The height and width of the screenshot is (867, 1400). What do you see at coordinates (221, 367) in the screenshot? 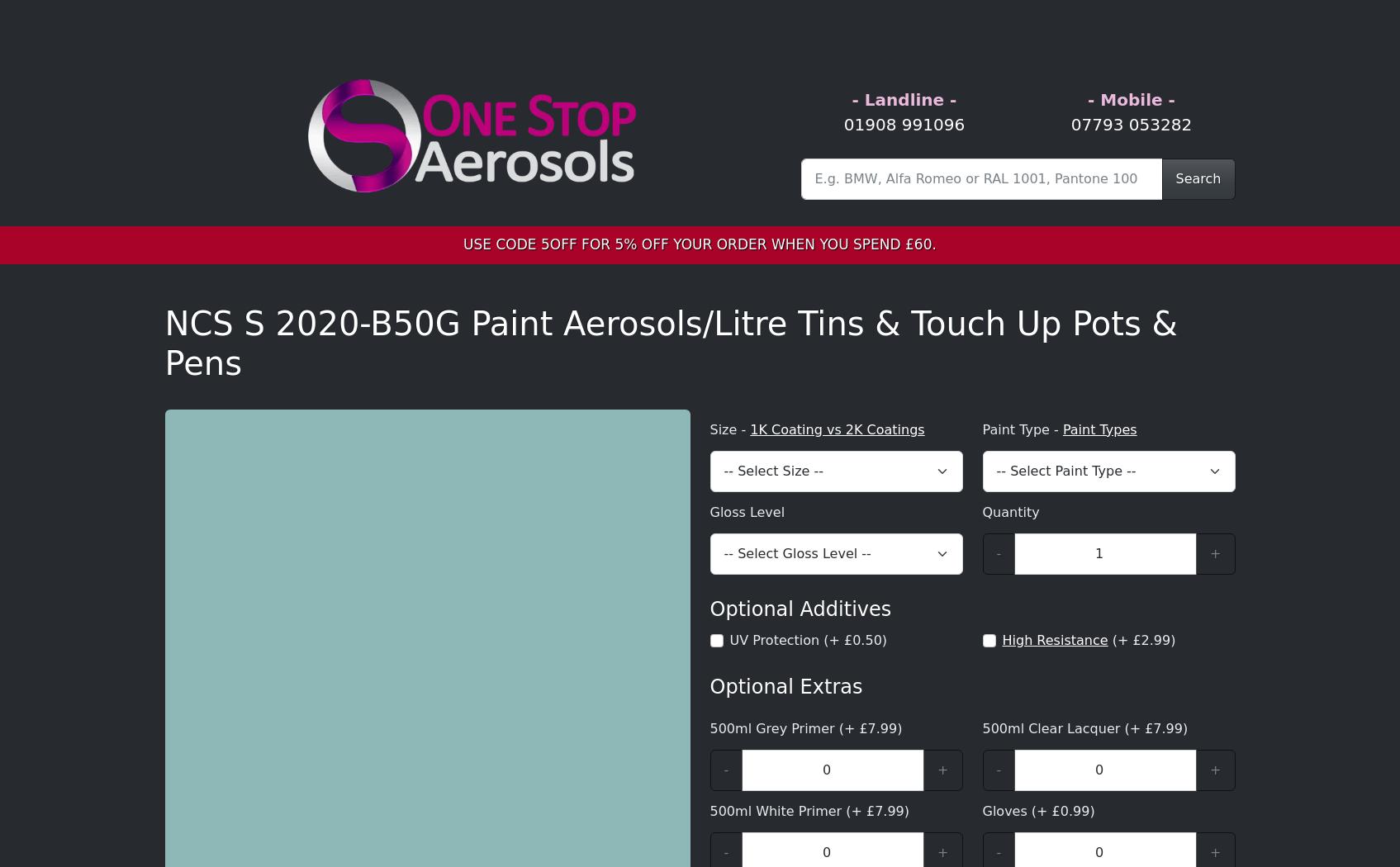
I see `'.'` at bounding box center [221, 367].